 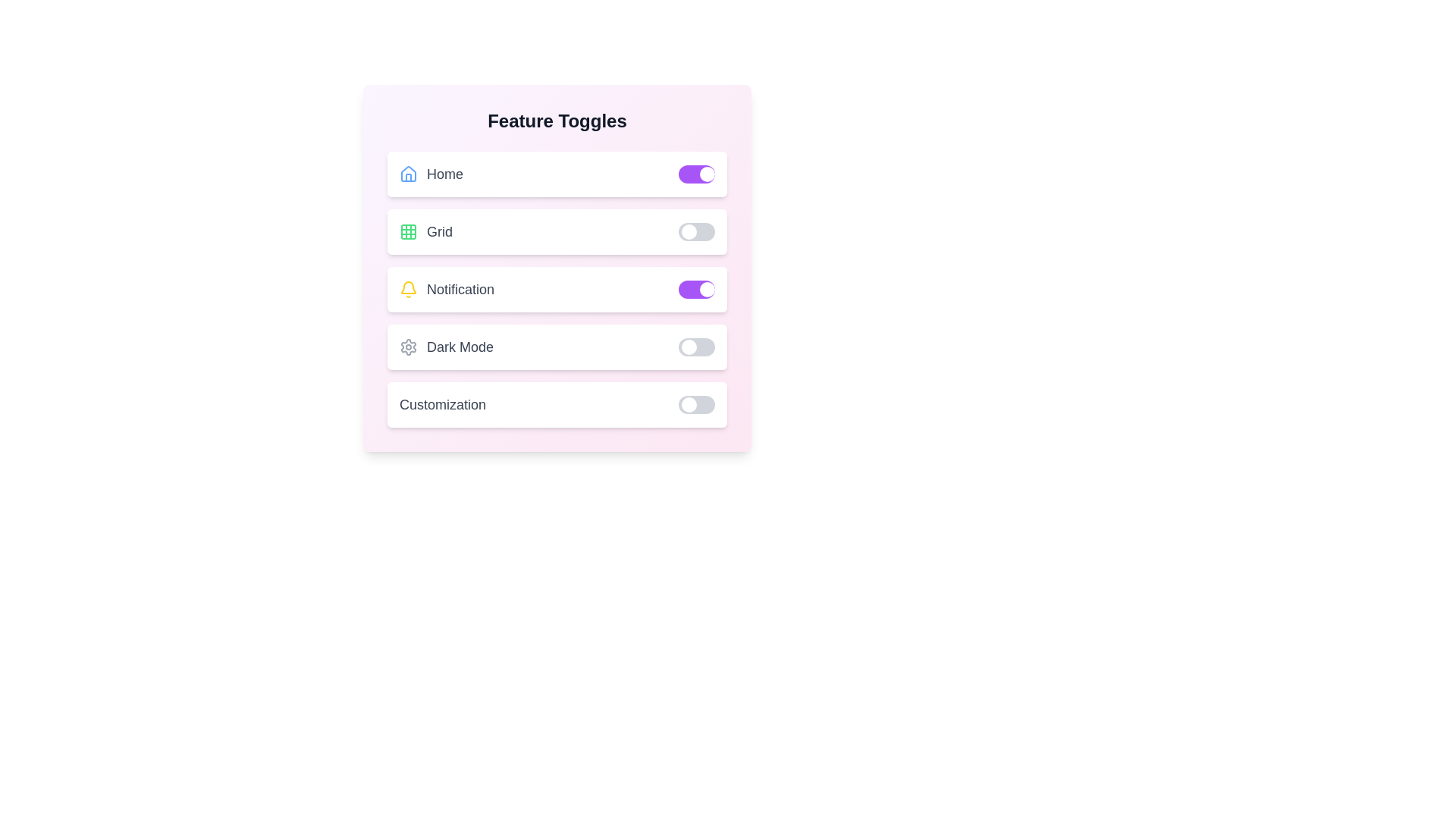 I want to click on the graphical icon component located next to the word 'Grid' on the third line item of the list, which is part of a 3x3 grid structure, so click(x=408, y=231).